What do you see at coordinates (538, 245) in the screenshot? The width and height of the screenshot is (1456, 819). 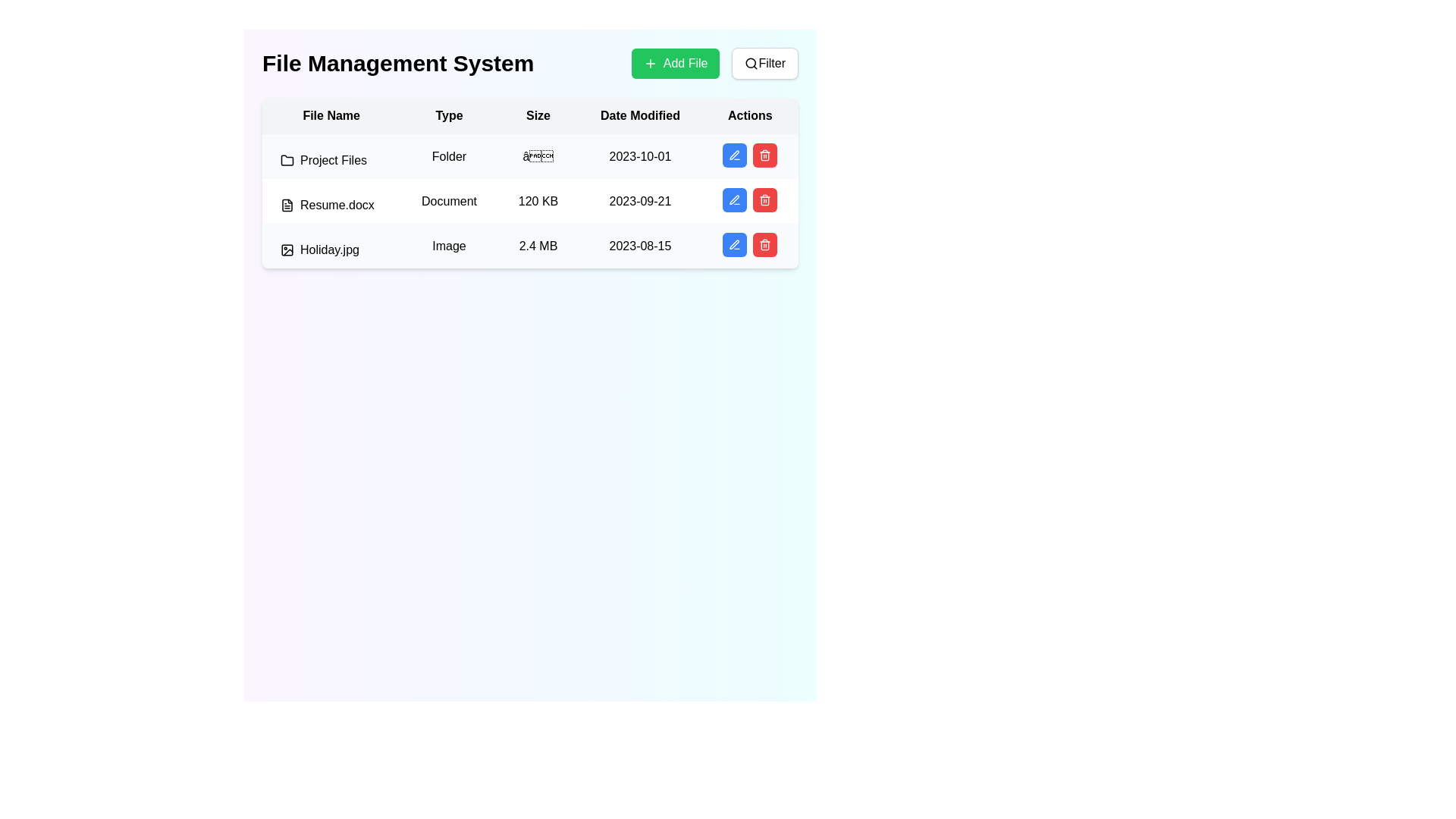 I see `the text display showing '2.4 MB' in the 'Size' column of the table for the file 'Holiday.jpg' for accessibility purposes` at bounding box center [538, 245].